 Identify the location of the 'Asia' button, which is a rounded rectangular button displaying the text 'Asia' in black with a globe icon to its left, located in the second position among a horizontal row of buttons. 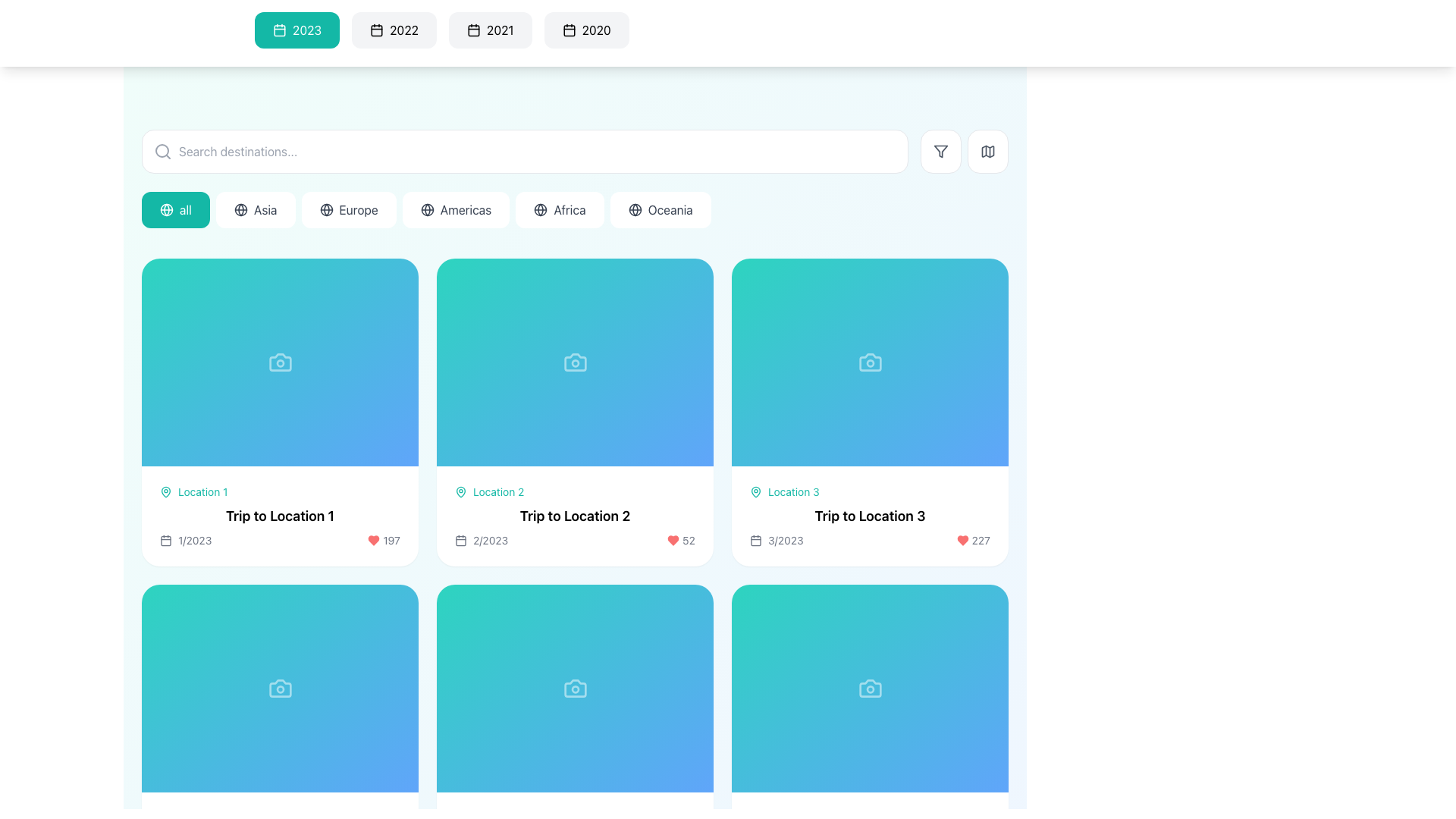
(256, 210).